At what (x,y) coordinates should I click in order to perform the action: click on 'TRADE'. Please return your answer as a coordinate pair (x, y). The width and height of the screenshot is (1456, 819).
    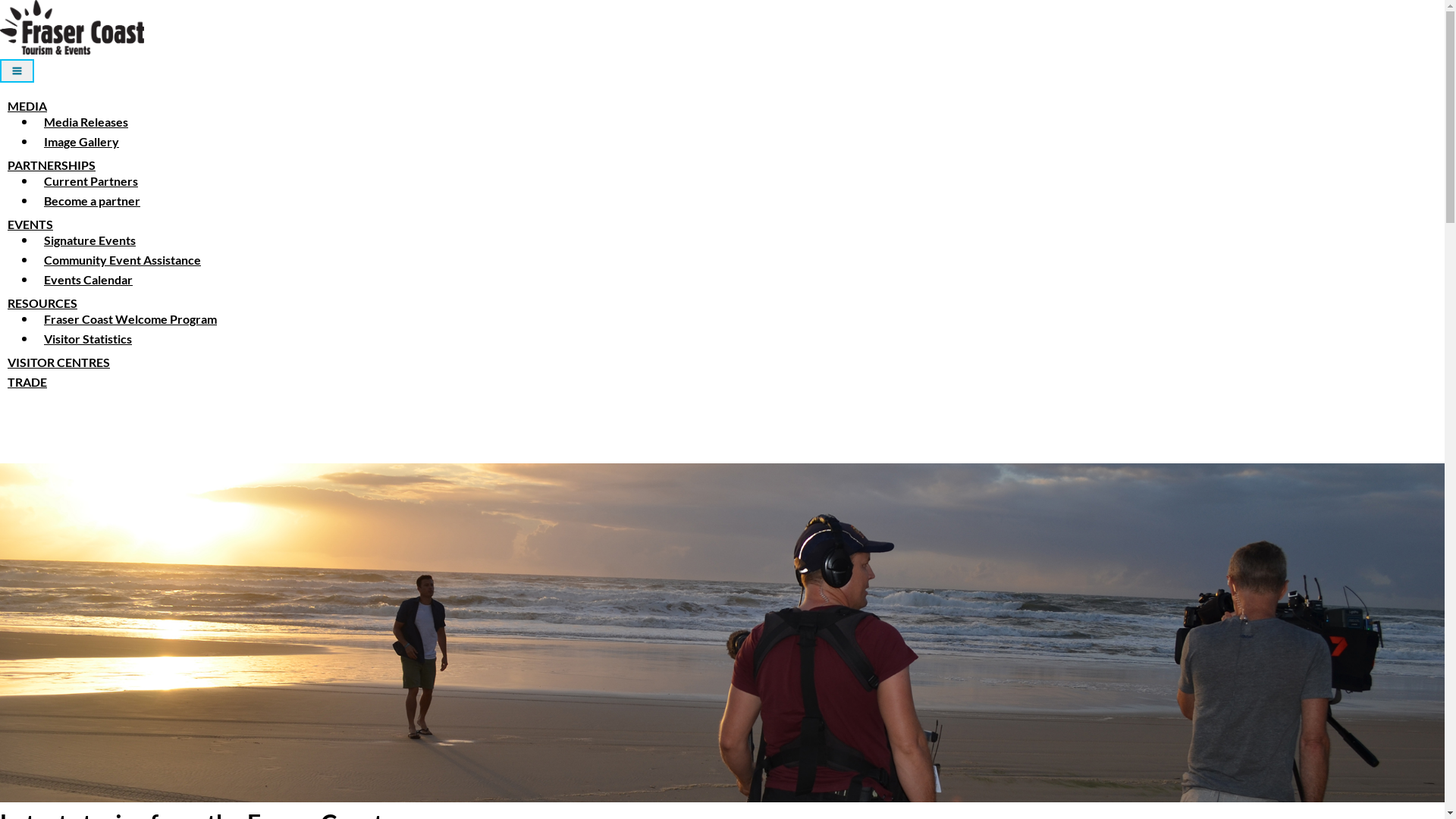
    Looking at the image, I should click on (27, 381).